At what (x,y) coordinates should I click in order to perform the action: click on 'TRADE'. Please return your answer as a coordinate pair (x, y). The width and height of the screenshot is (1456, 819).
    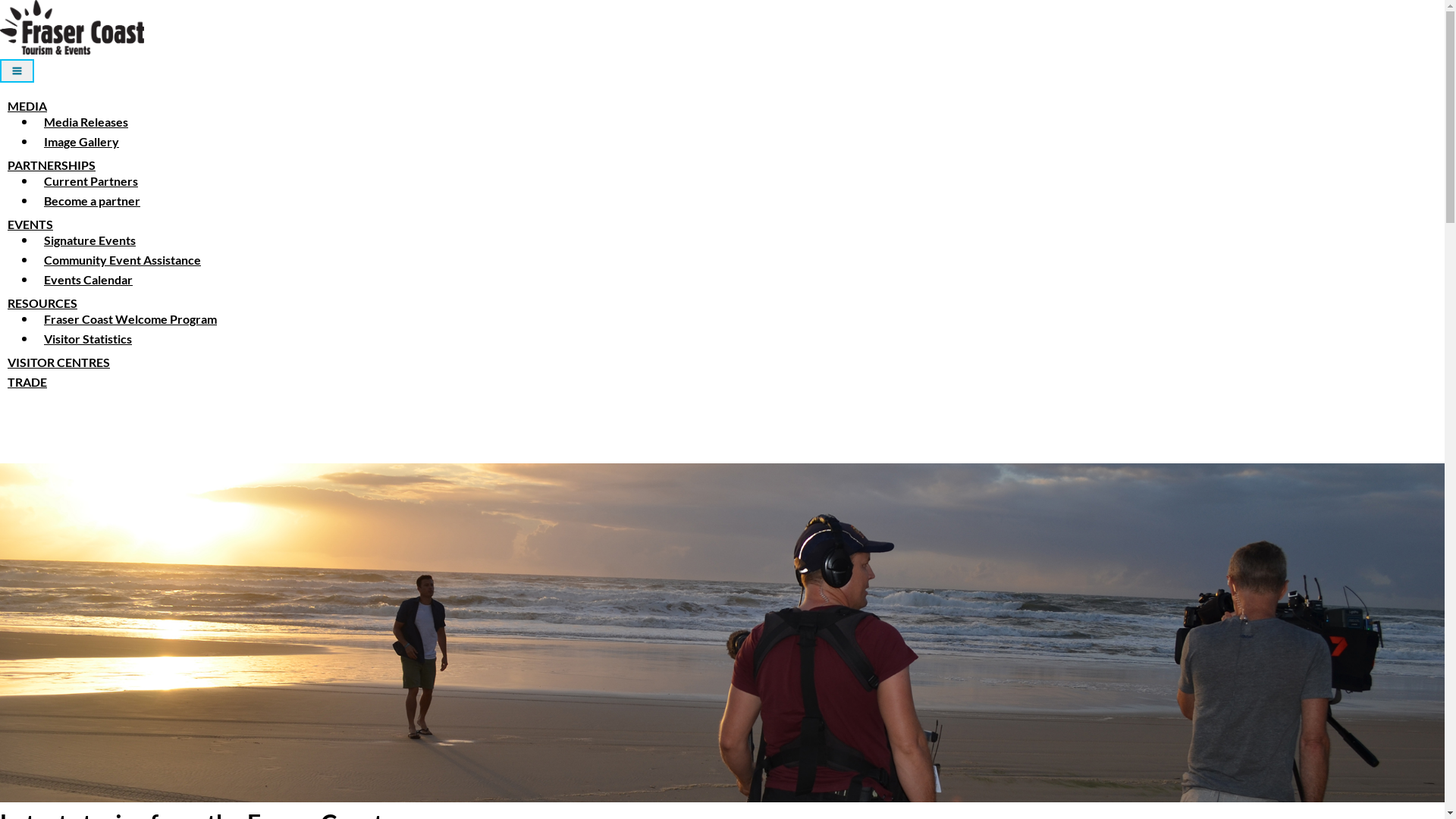
    Looking at the image, I should click on (27, 381).